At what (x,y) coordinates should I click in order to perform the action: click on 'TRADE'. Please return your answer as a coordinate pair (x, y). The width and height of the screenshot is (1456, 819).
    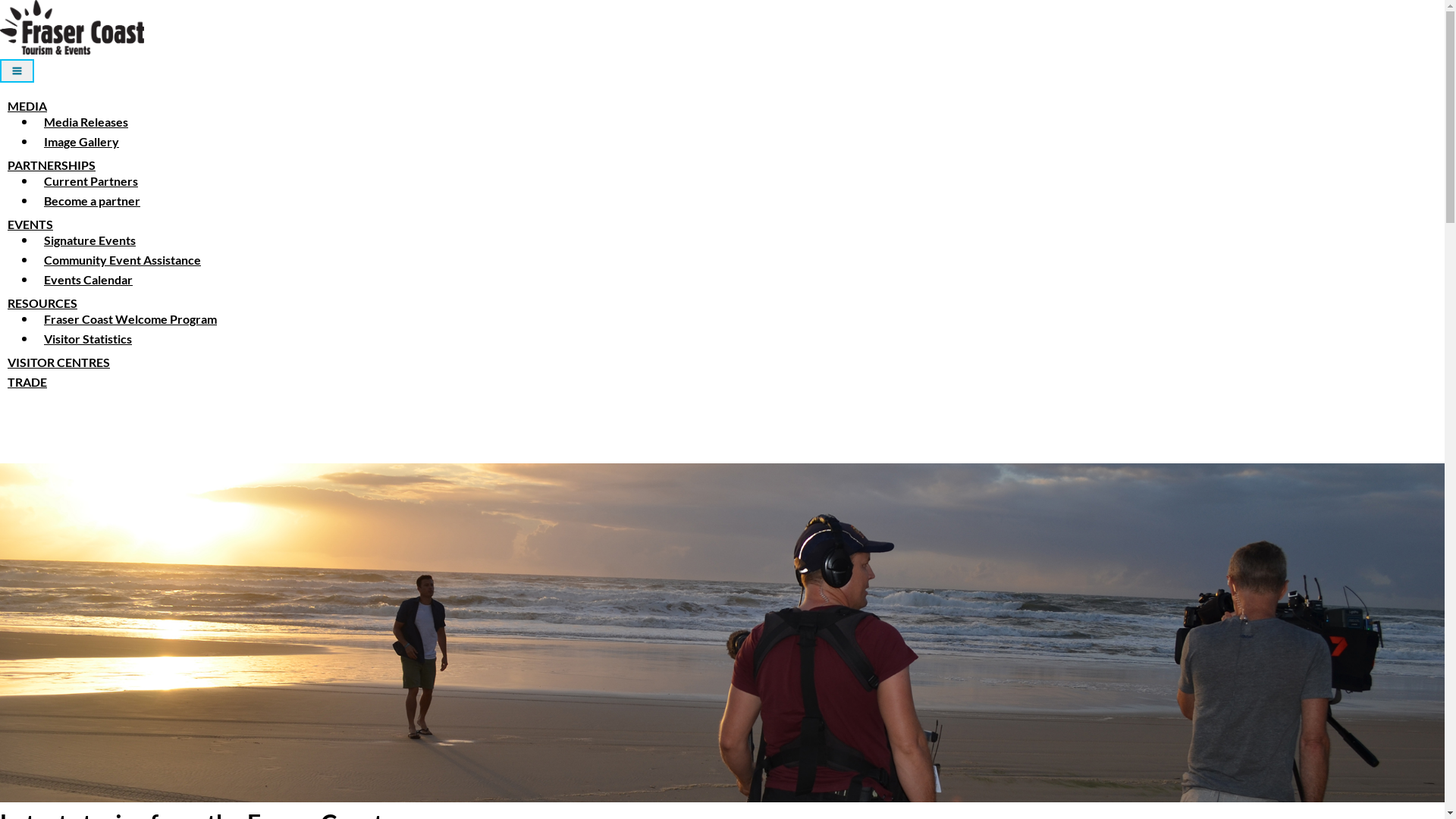
    Looking at the image, I should click on (27, 381).